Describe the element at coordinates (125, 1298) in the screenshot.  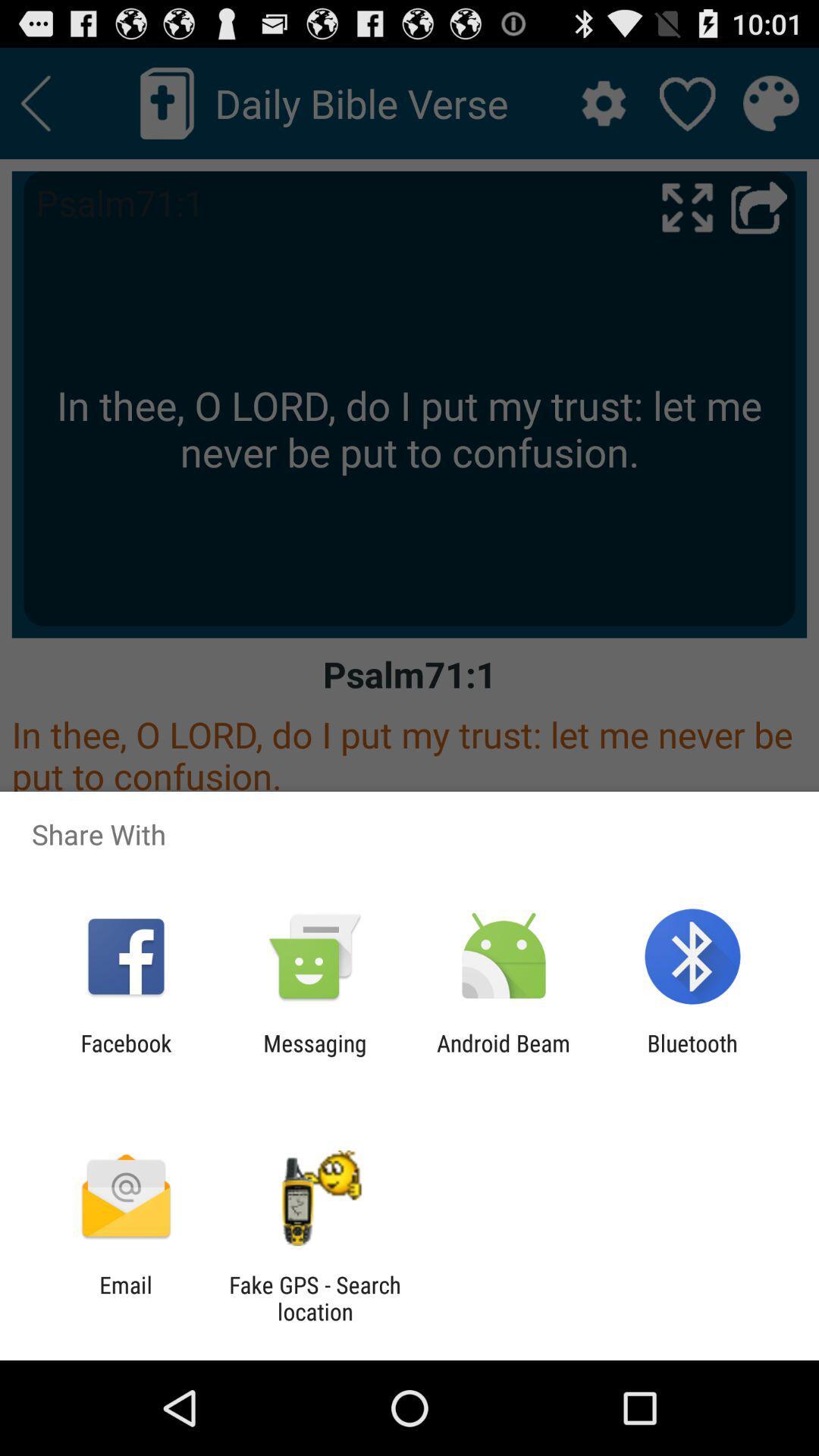
I see `the icon next to fake gps search item` at that location.